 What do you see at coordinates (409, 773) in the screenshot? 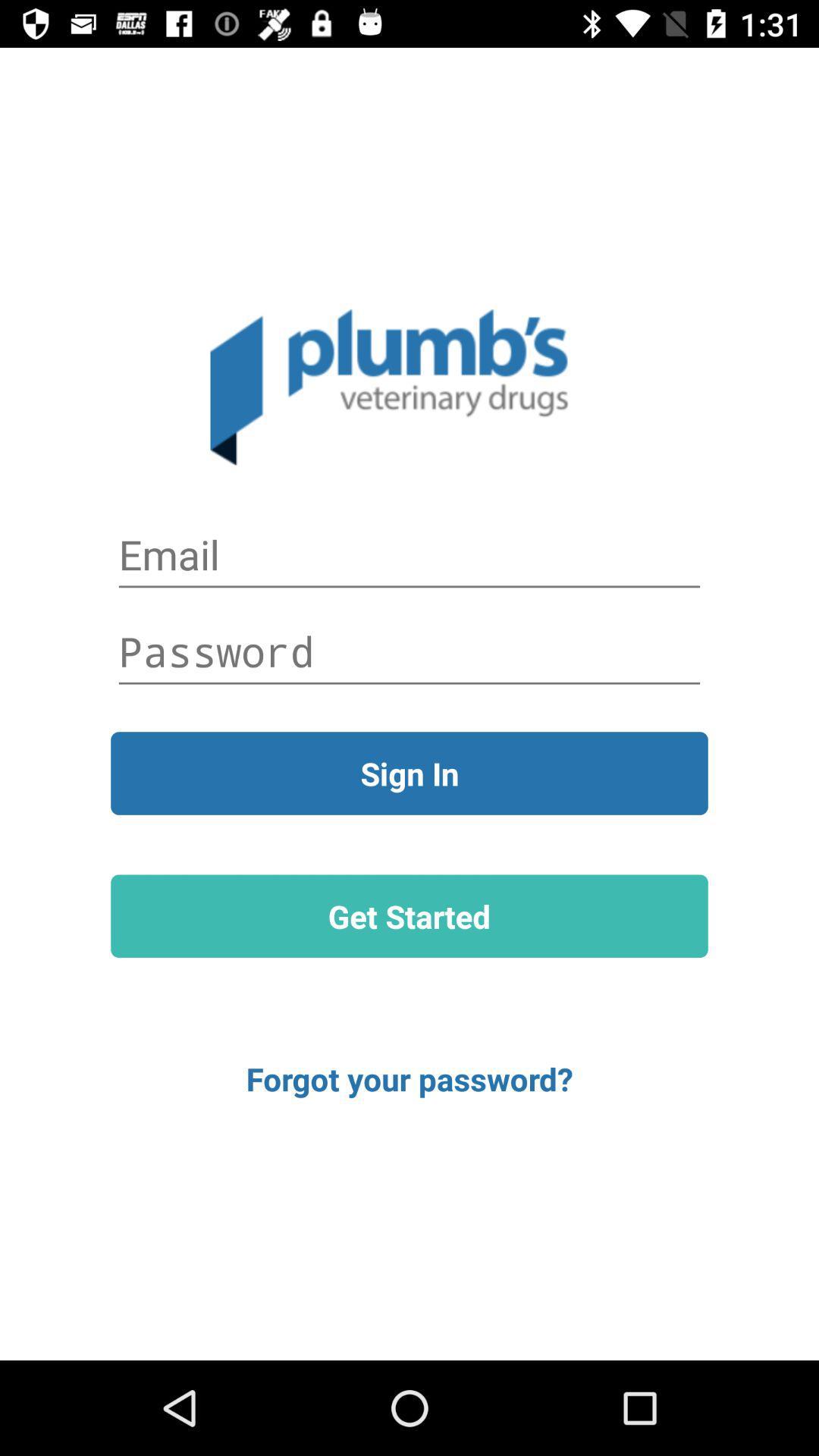
I see `the item above get started` at bounding box center [409, 773].